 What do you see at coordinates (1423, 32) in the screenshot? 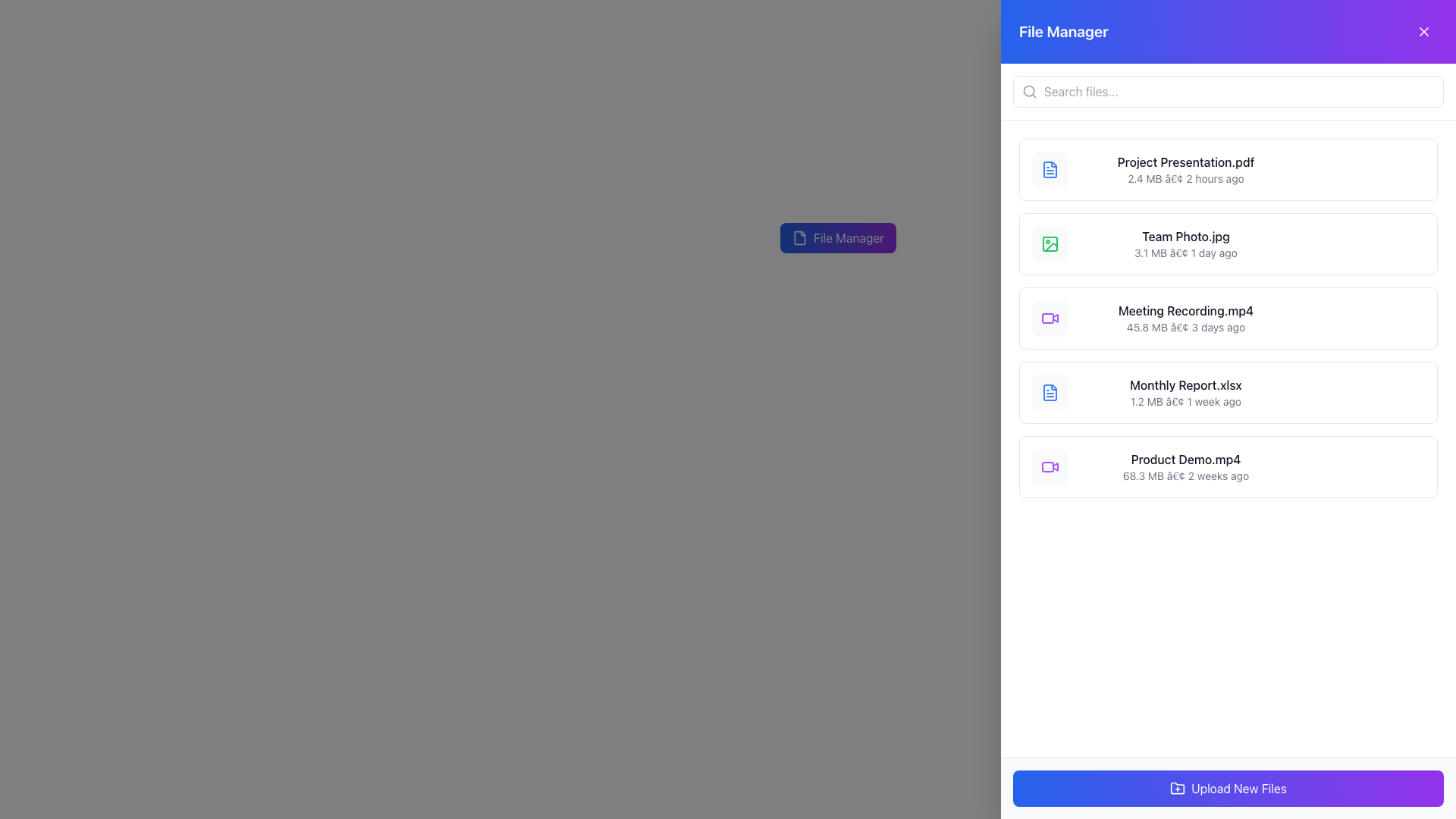
I see `the compact 'X' icon button located in the top-right corner of the 'File Manager' modal` at bounding box center [1423, 32].